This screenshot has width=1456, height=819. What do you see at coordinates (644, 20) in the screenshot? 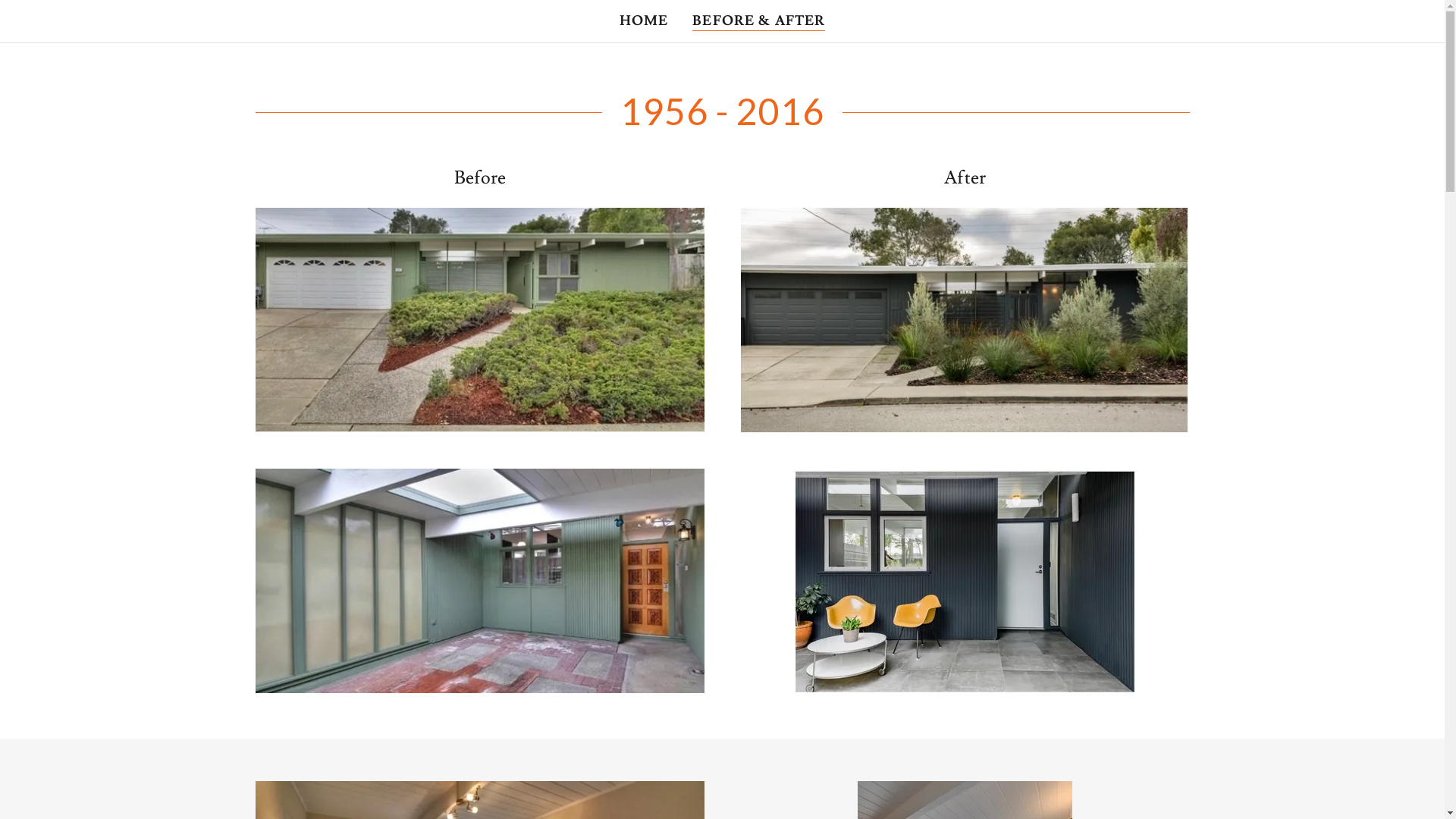
I see `'HOME'` at bounding box center [644, 20].